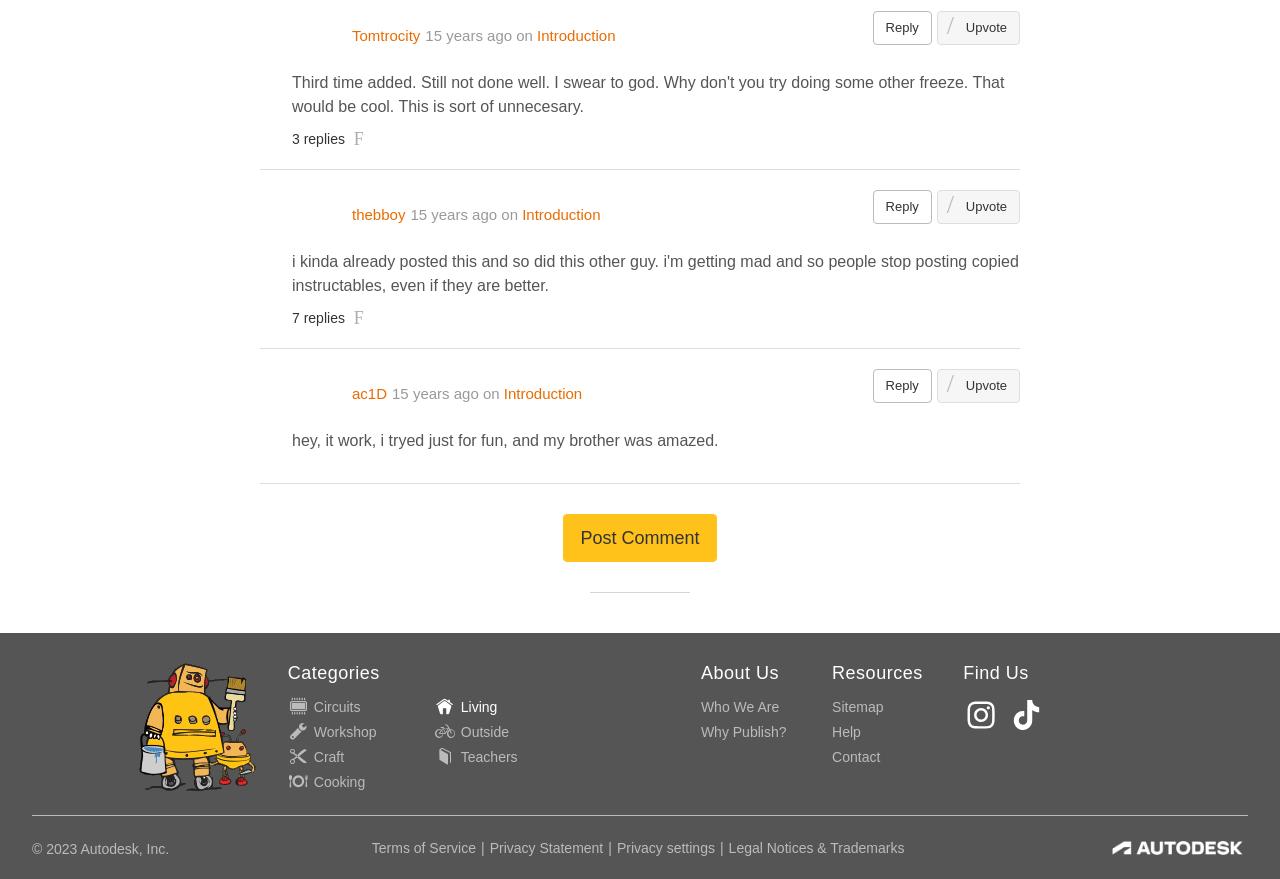 This screenshot has width=1280, height=879. Describe the element at coordinates (877, 671) in the screenshot. I see `'Resources'` at that location.